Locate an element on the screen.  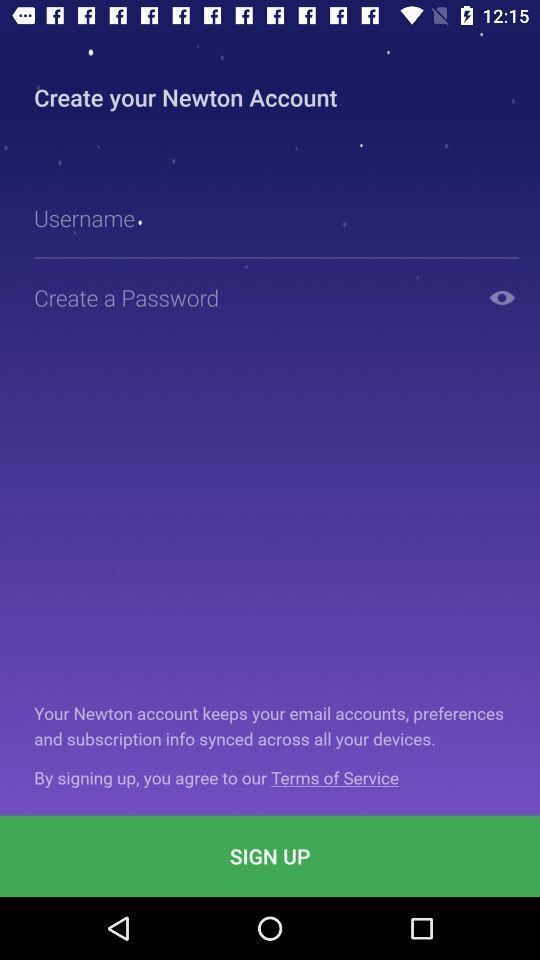
write password is located at coordinates (252, 296).